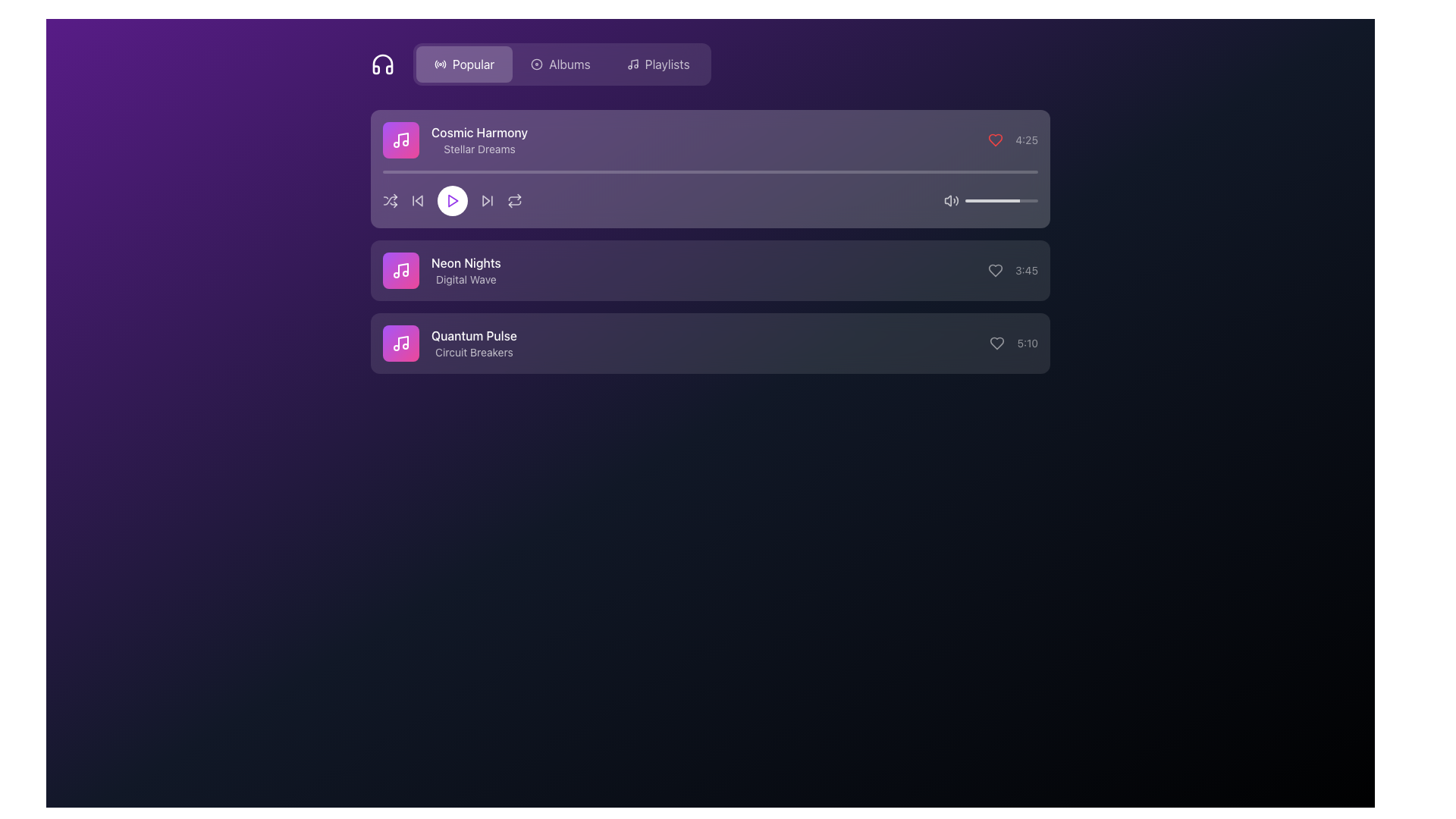 This screenshot has width=1456, height=819. Describe the element at coordinates (382, 63) in the screenshot. I see `the headphones icon, which is located in the top left corner of the interface, preceding the 'Popular' button group` at that location.